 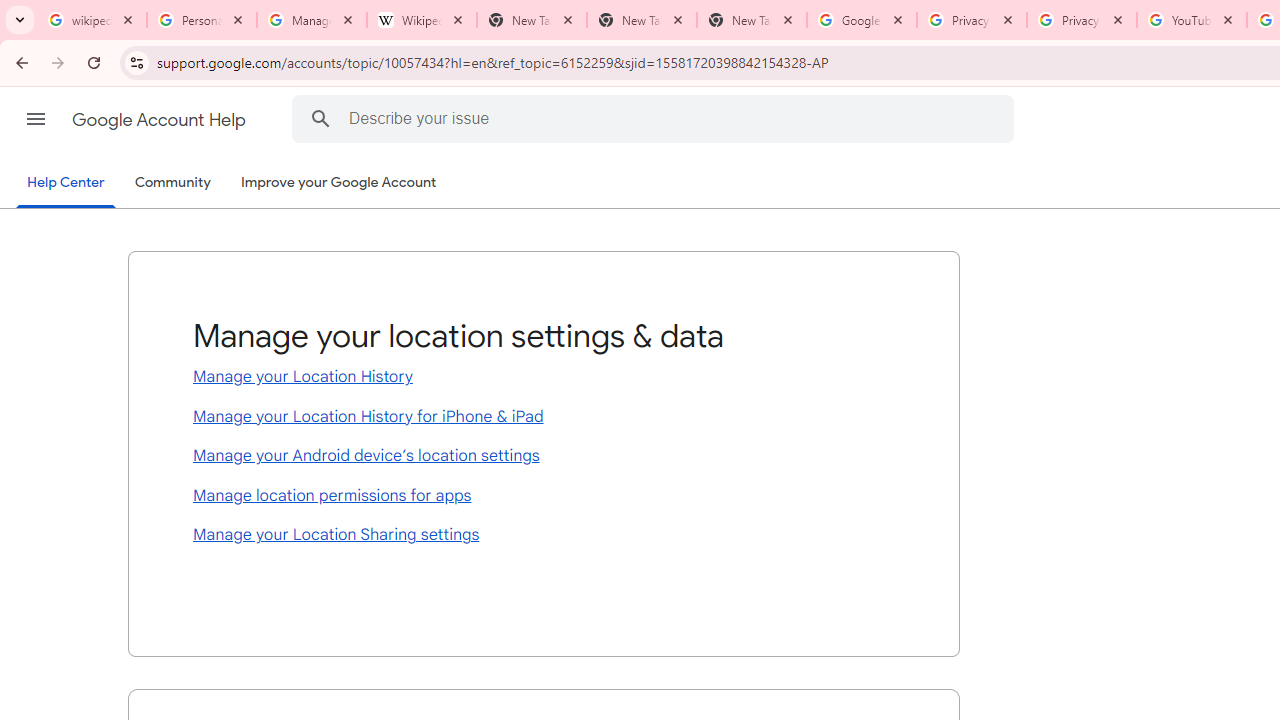 I want to click on 'Search Help Center', so click(x=320, y=118).